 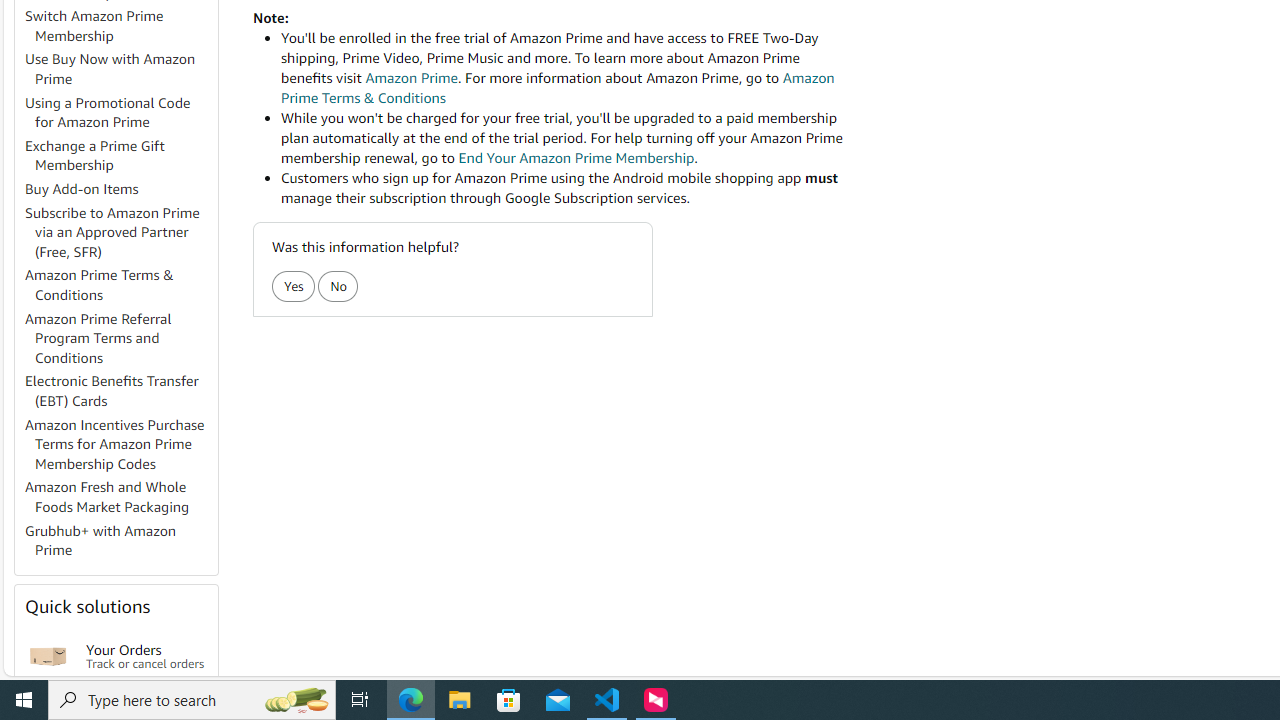 What do you see at coordinates (119, 496) in the screenshot?
I see `'Amazon Fresh and Whole Foods Market Packaging'` at bounding box center [119, 496].